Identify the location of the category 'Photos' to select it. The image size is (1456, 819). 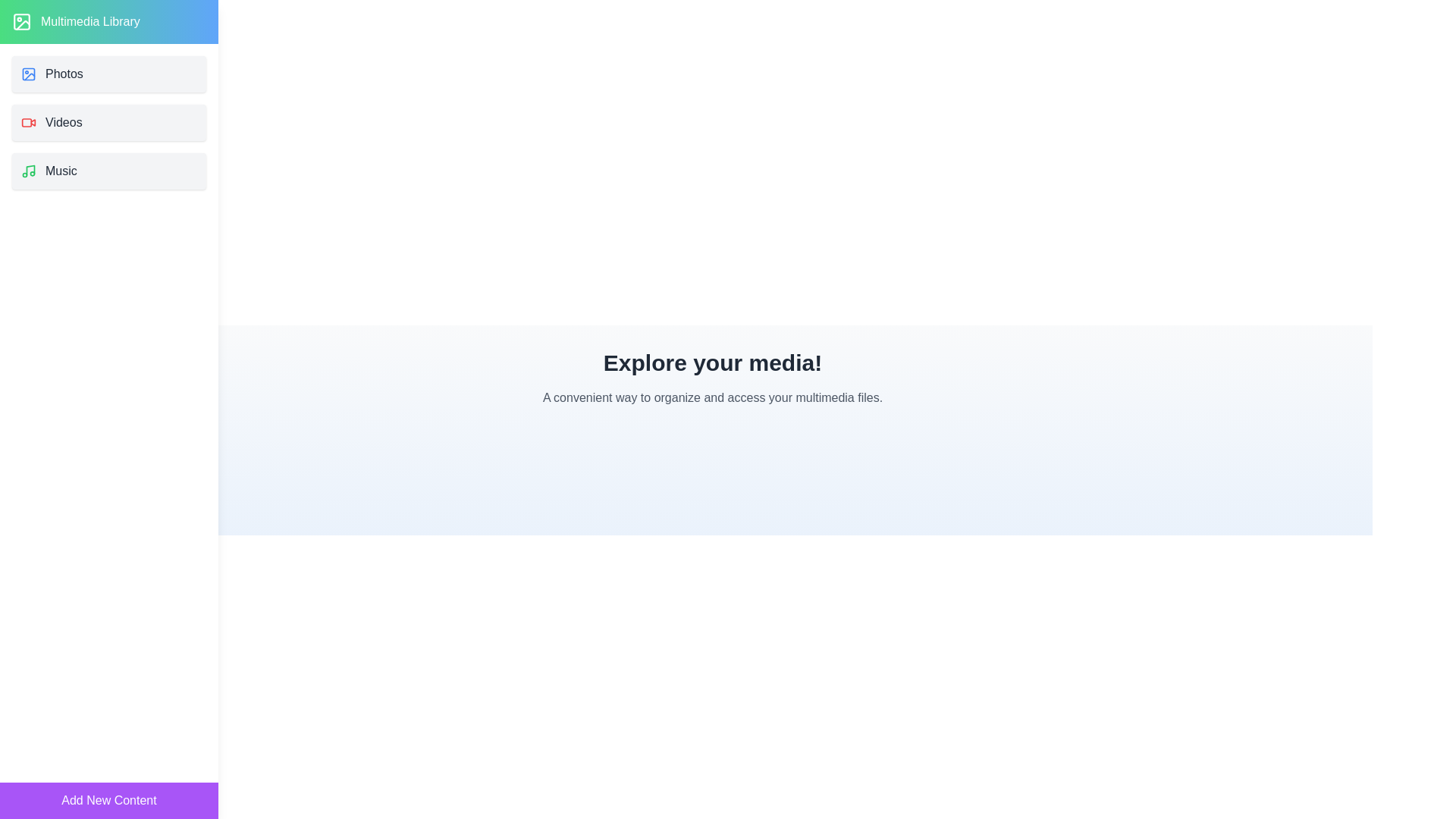
(108, 74).